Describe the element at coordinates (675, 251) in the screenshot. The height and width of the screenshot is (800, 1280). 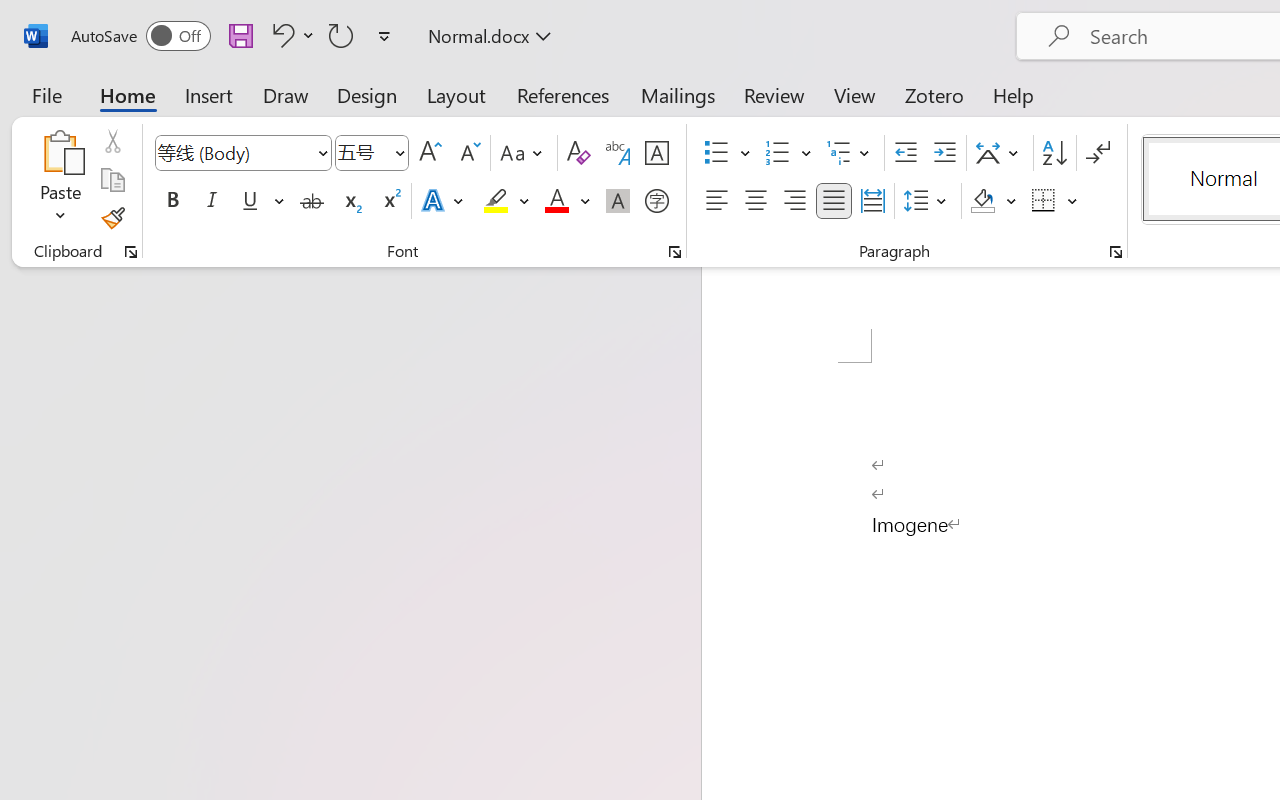
I see `'Font...'` at that location.